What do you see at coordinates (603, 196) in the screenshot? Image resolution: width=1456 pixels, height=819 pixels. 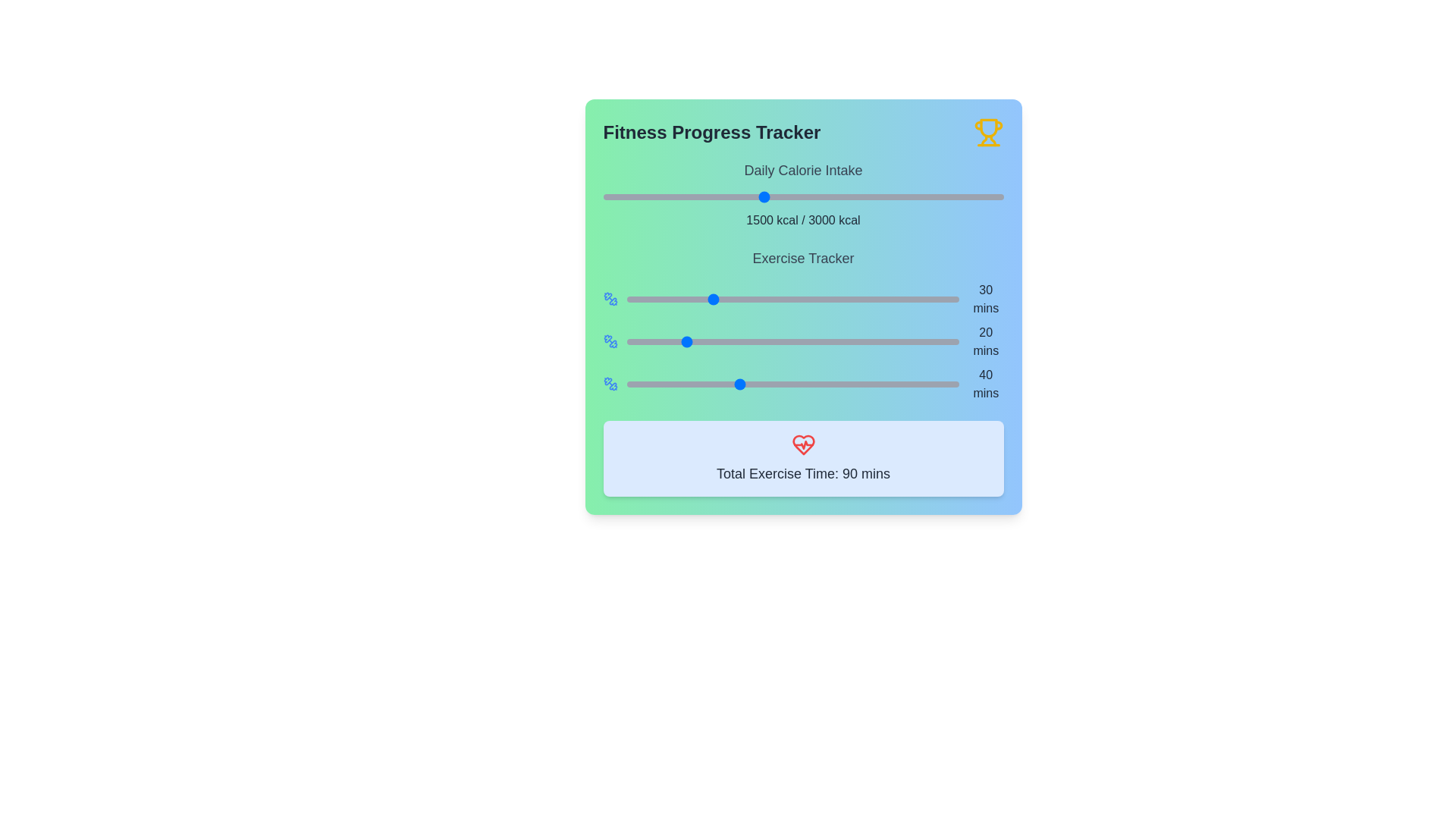 I see `calorie intake` at bounding box center [603, 196].